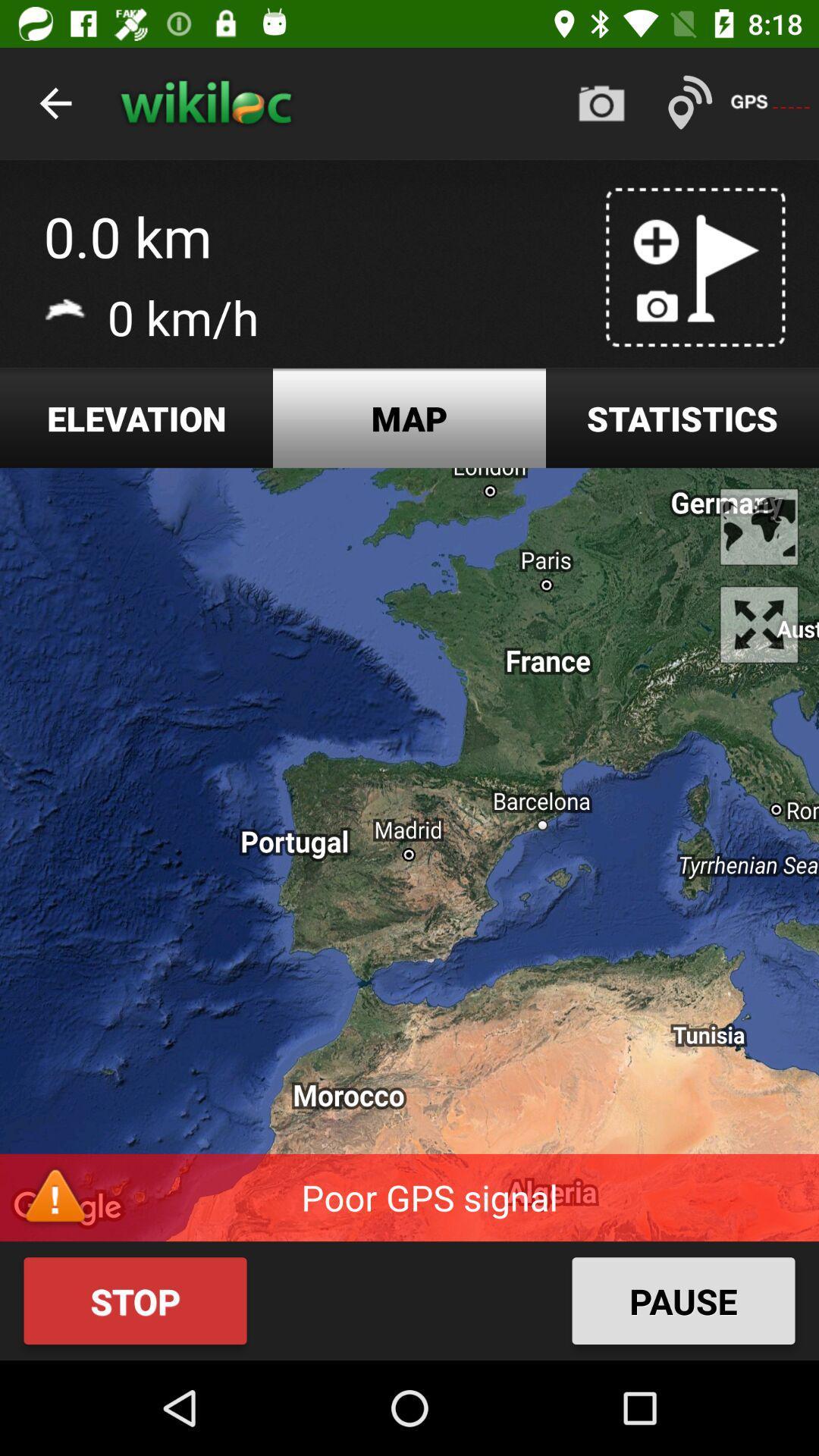 The width and height of the screenshot is (819, 1456). Describe the element at coordinates (683, 1300) in the screenshot. I see `the pause` at that location.